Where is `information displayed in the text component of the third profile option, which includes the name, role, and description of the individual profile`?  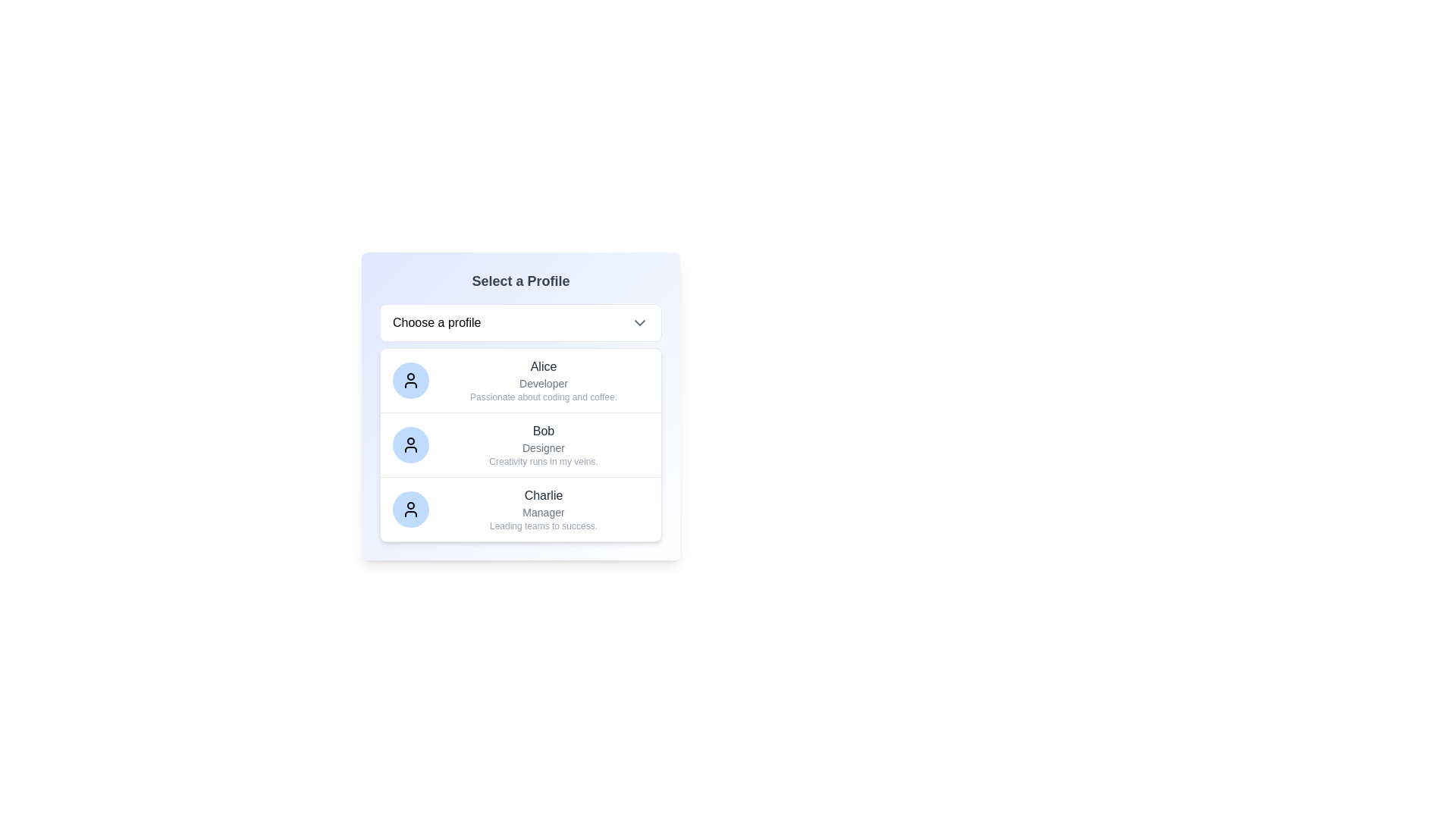 information displayed in the text component of the third profile option, which includes the name, role, and description of the individual profile is located at coordinates (543, 509).